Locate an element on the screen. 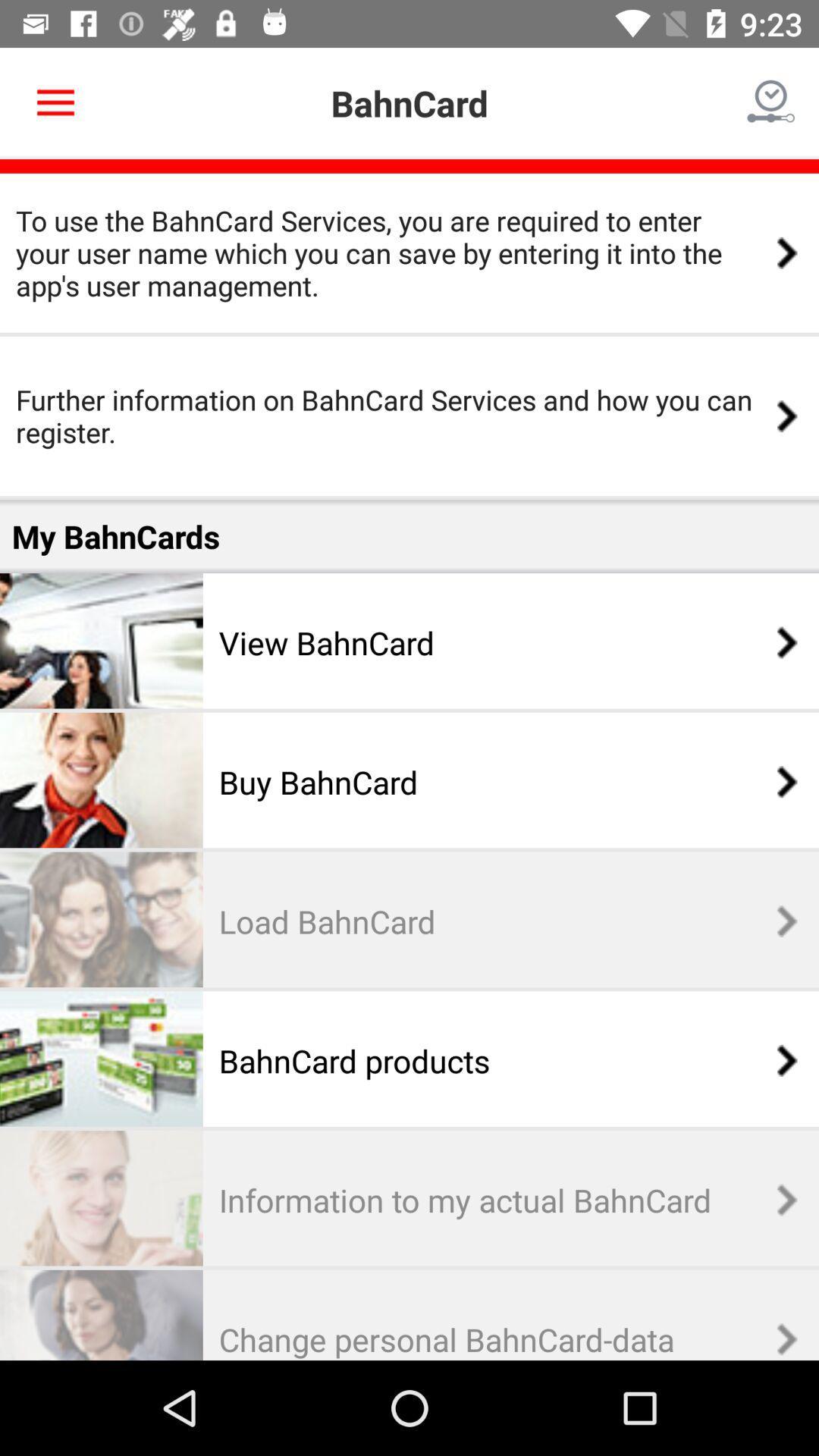  the front arrow which is next to change personal bahncarddata is located at coordinates (779, 1338).